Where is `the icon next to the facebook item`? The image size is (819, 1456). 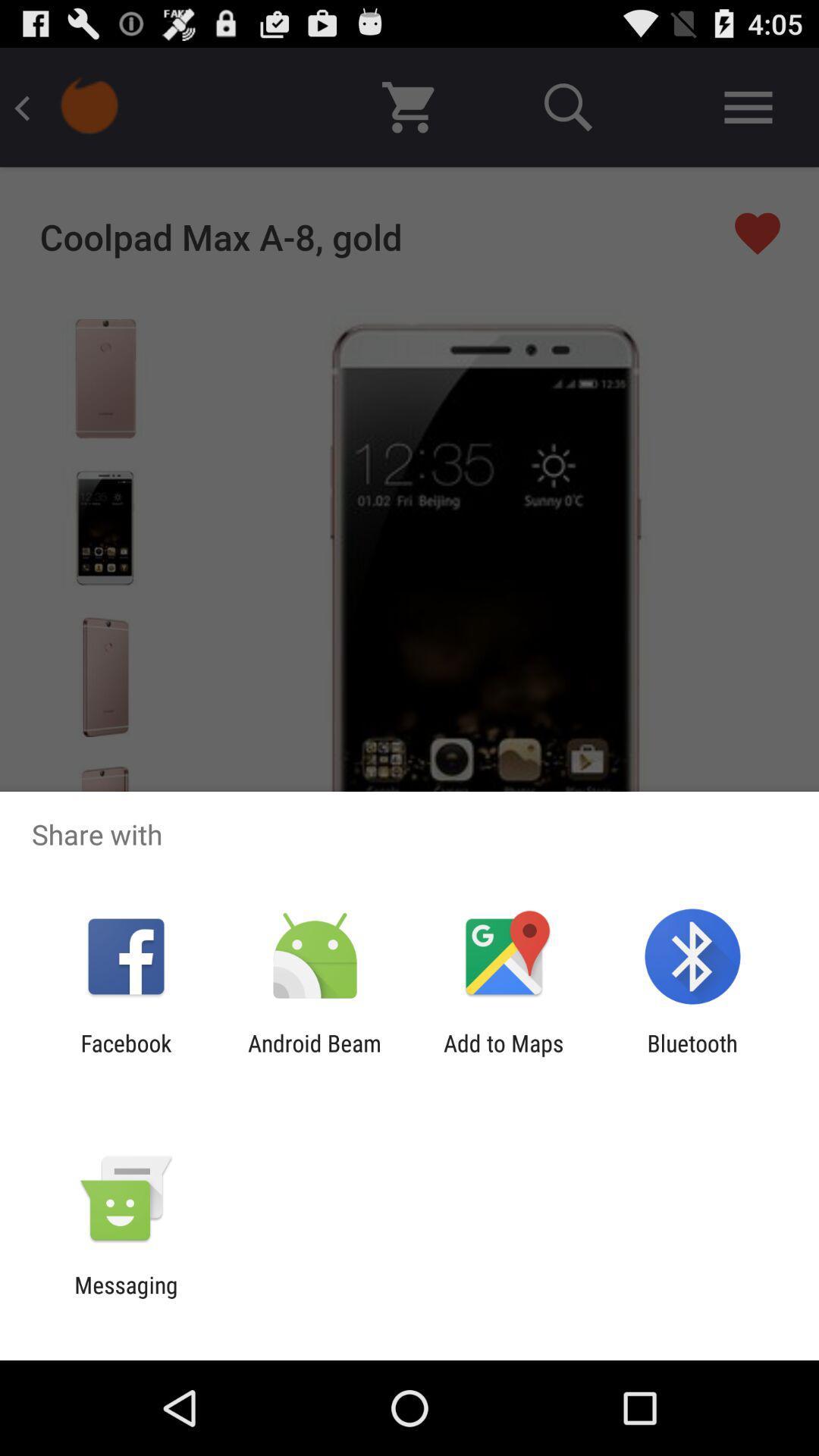
the icon next to the facebook item is located at coordinates (314, 1056).